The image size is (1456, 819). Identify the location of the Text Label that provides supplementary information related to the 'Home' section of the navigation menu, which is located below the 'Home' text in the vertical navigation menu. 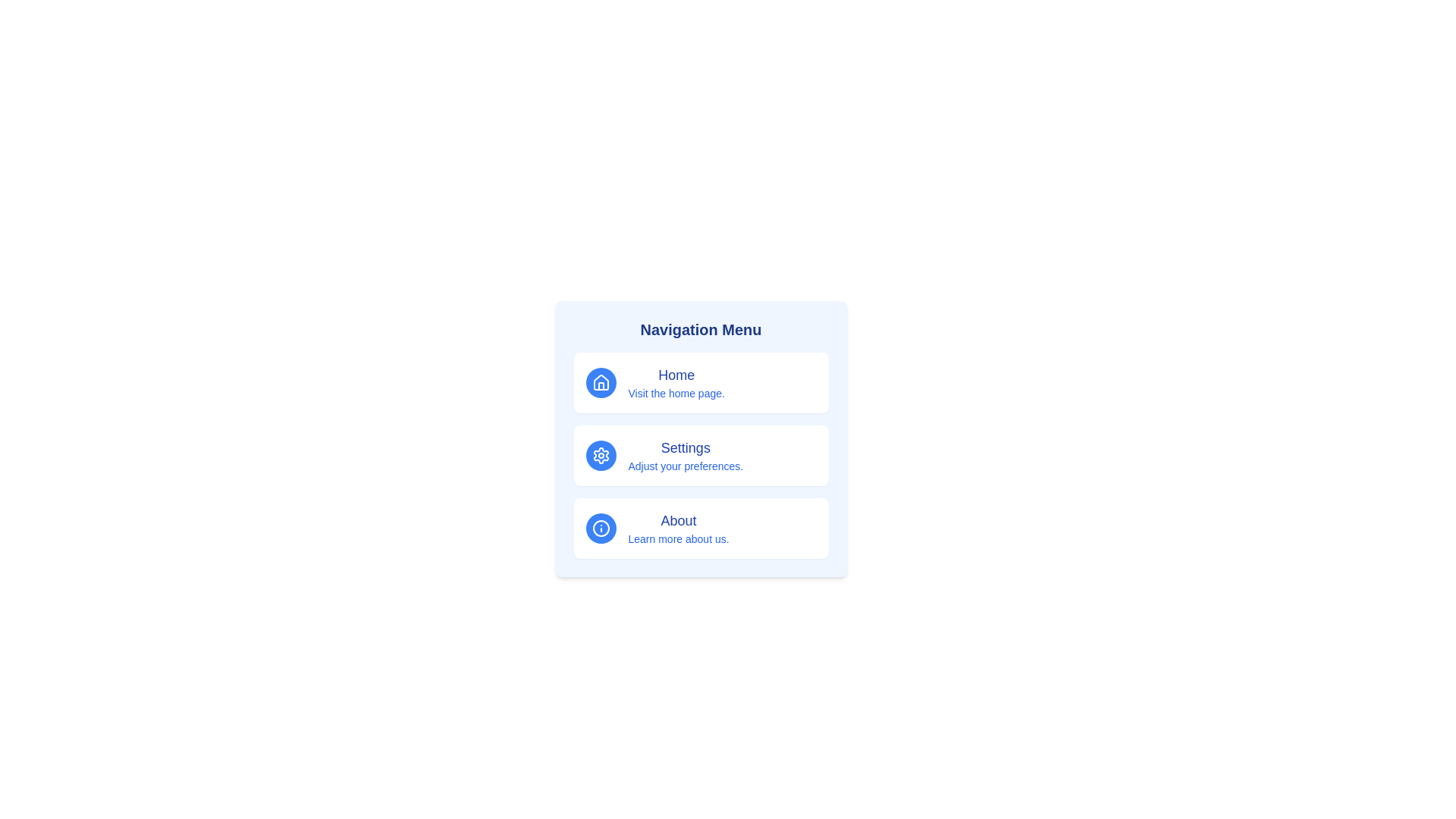
(676, 393).